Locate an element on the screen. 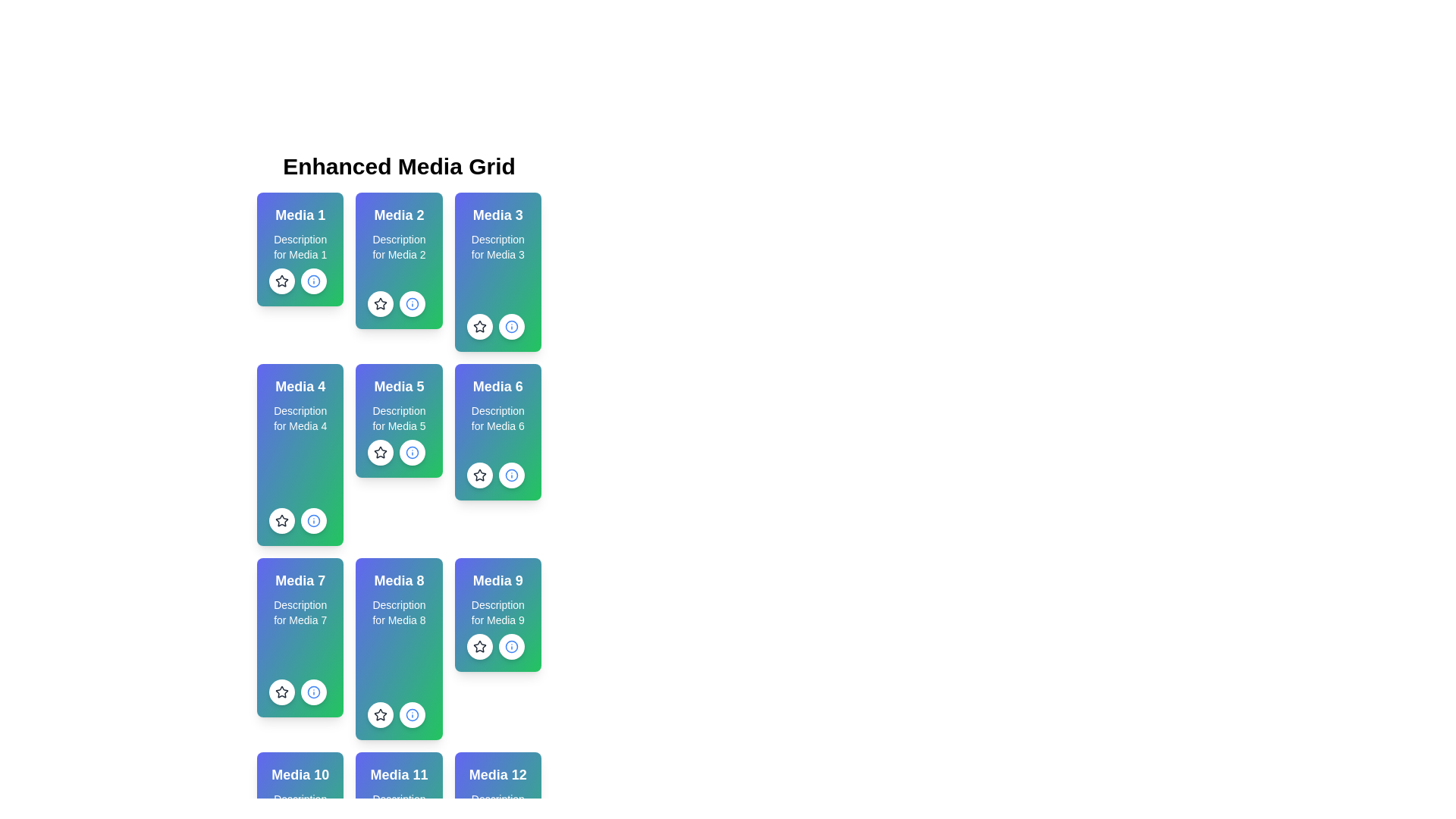 This screenshot has width=1456, height=819. the information icon button located in the group of two buttons inside the 'Media 3' card to get more information is located at coordinates (495, 326).